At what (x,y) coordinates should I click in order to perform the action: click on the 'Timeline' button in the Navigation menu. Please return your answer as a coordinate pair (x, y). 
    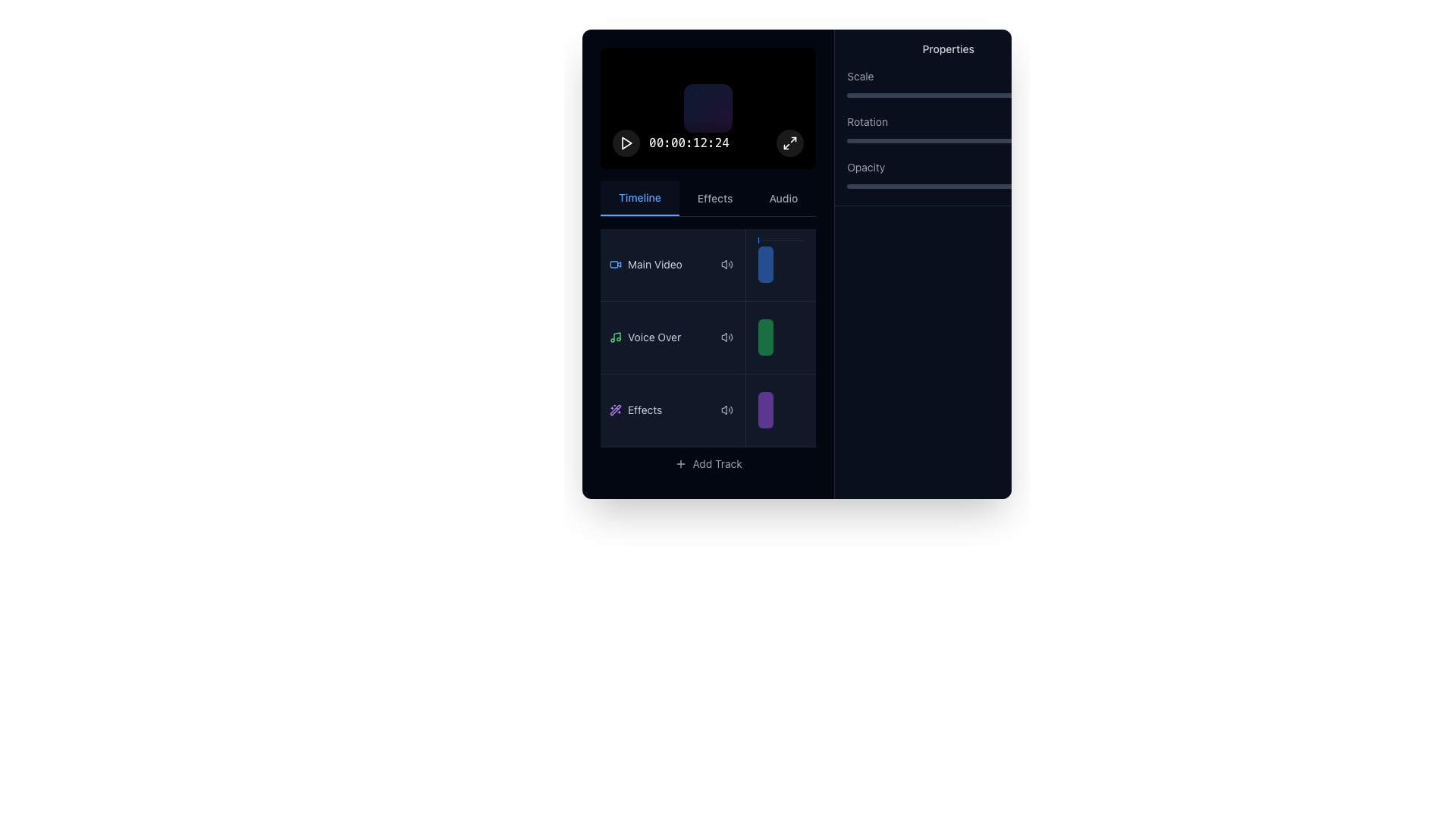
    Looking at the image, I should click on (708, 198).